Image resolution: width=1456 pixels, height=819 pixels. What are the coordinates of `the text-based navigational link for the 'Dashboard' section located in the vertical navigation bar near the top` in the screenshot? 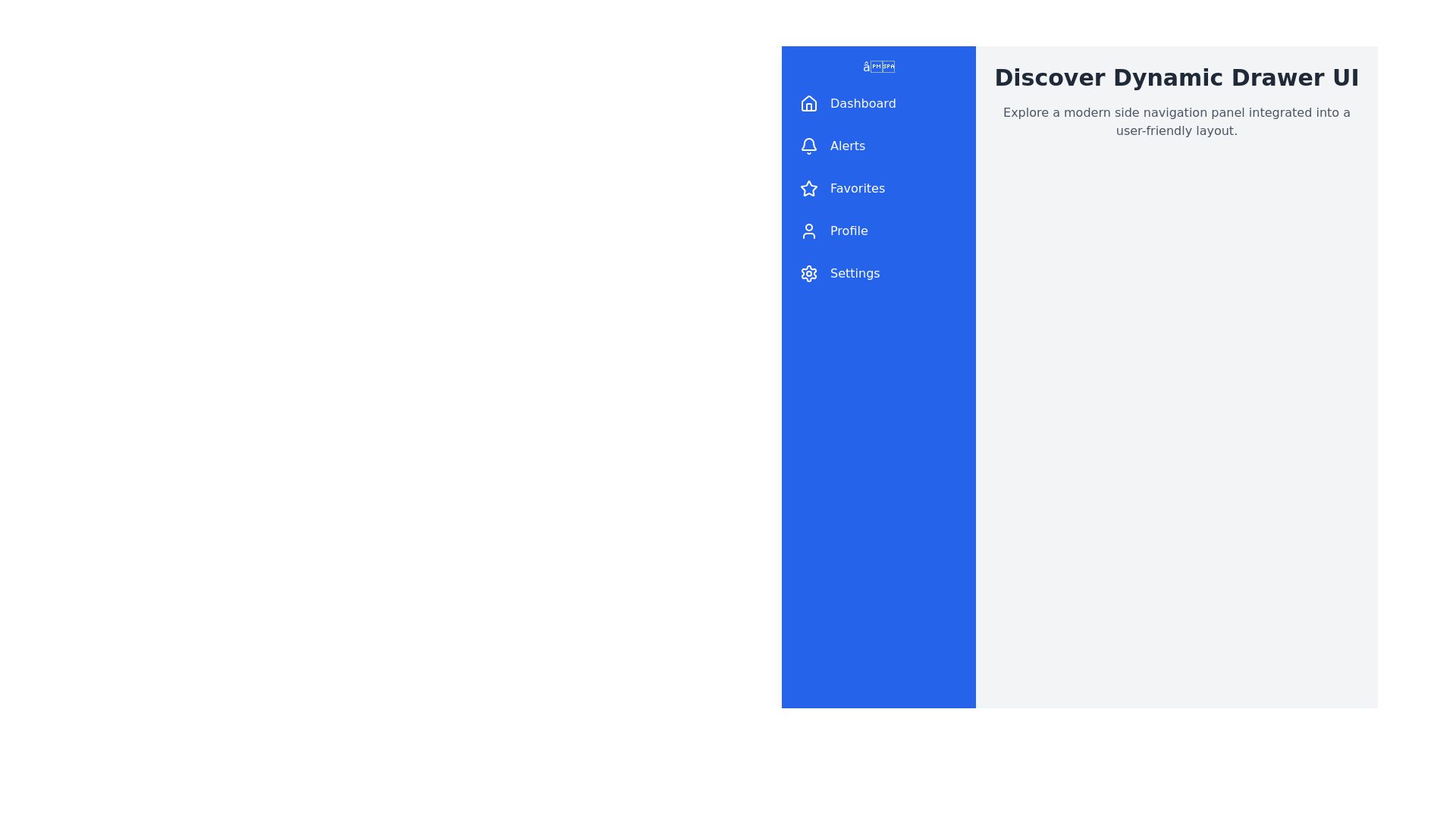 It's located at (863, 103).